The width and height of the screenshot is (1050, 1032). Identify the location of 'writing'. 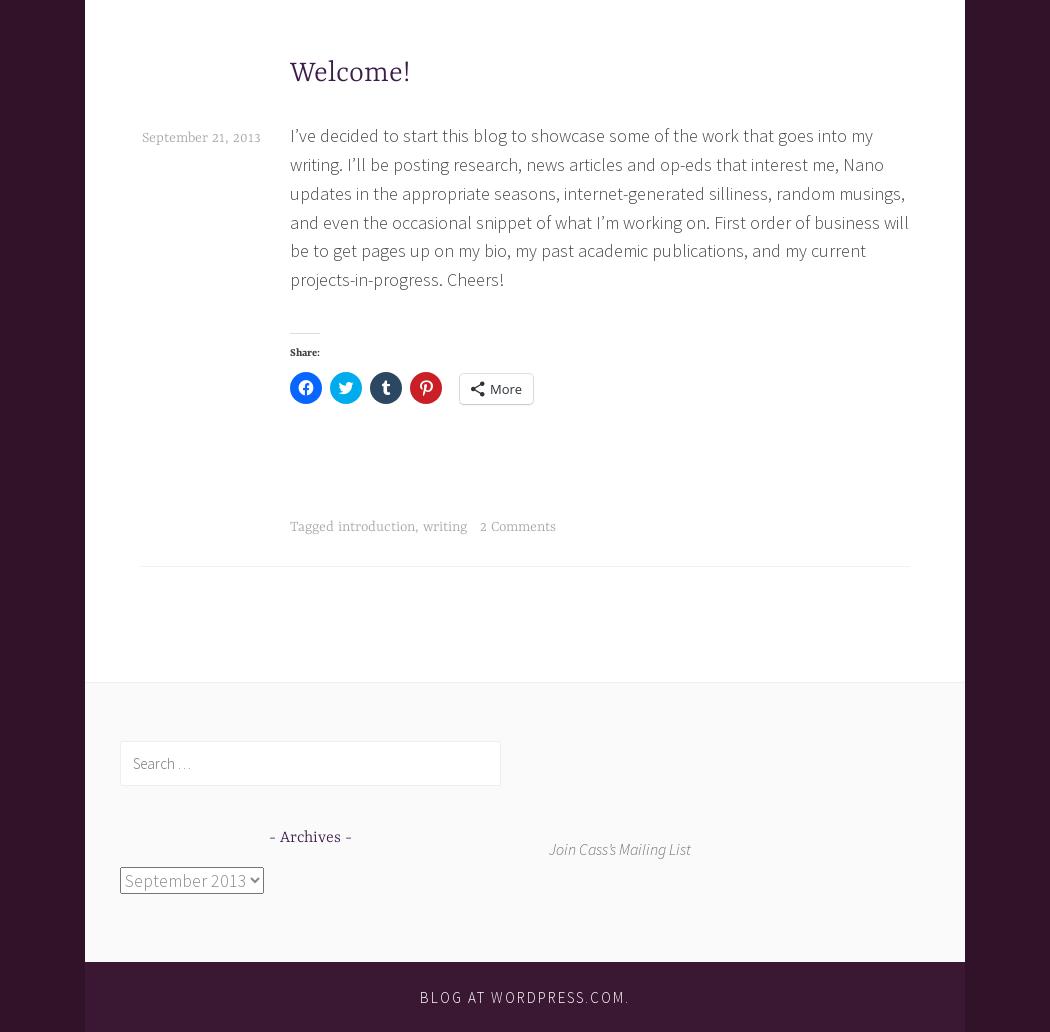
(422, 526).